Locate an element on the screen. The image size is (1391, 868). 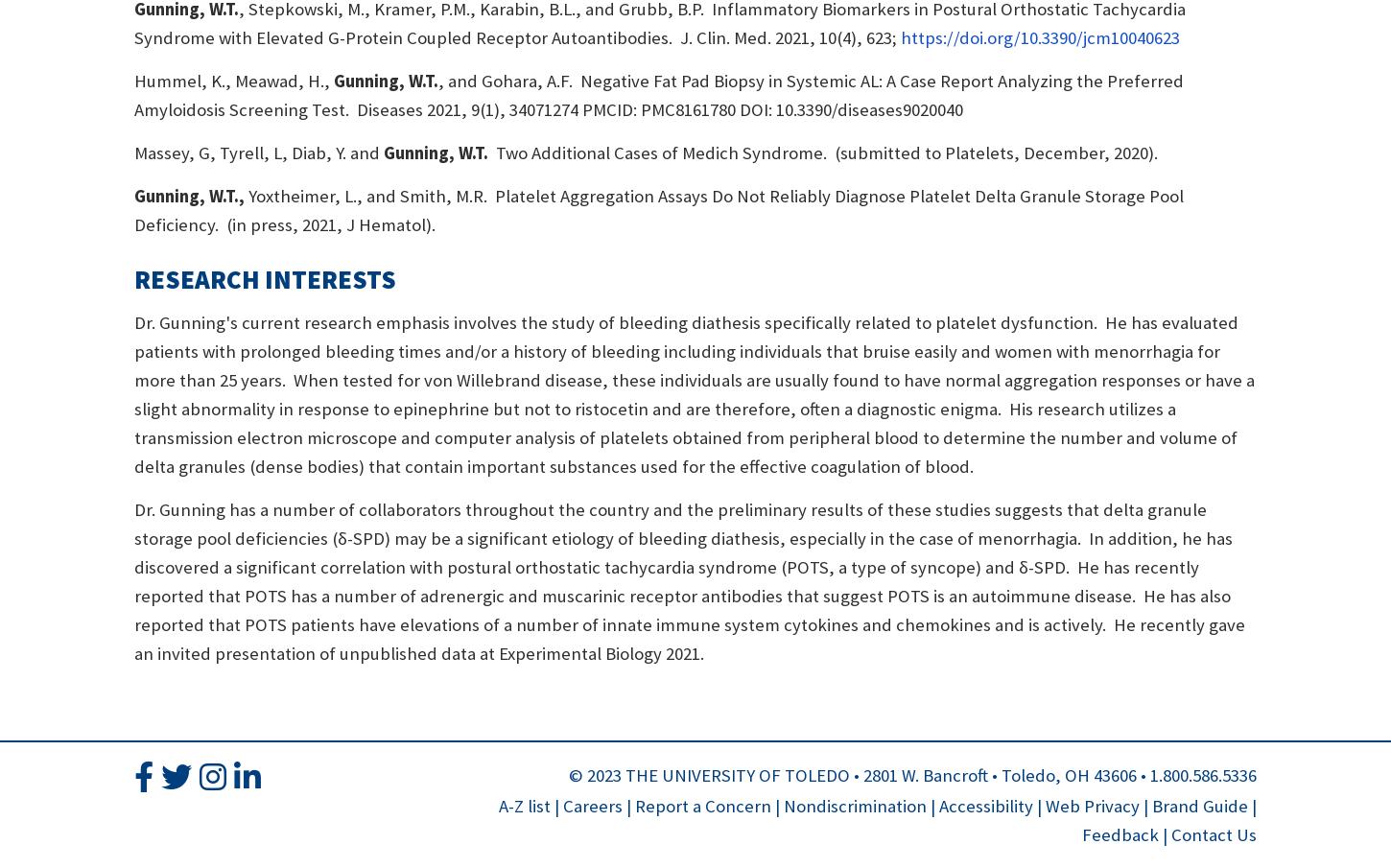
'Yoxtheimer, L., and Smith, M.R.  Platelet Aggregation Assays Do Not Reliably Diagnose
                  Platelet Delta Granule Storage Pool Deficiency.  (in press, 2021, J Hematol).' is located at coordinates (658, 209).